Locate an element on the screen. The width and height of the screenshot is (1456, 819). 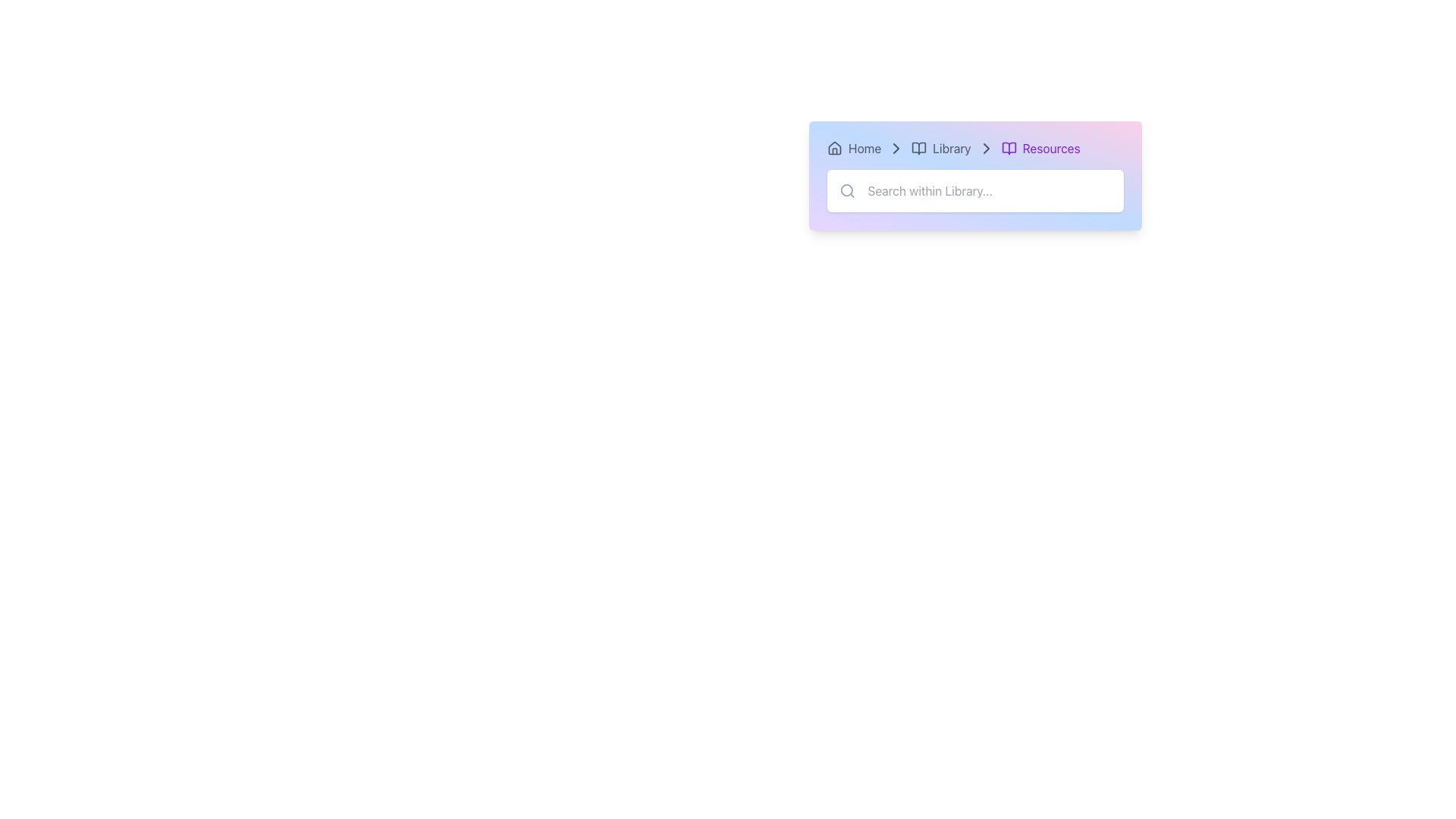
the stylized house icon located in the upper left corner of the navigation bar, which is part of the breadcrumb navigation labeled 'Home.' is located at coordinates (833, 148).